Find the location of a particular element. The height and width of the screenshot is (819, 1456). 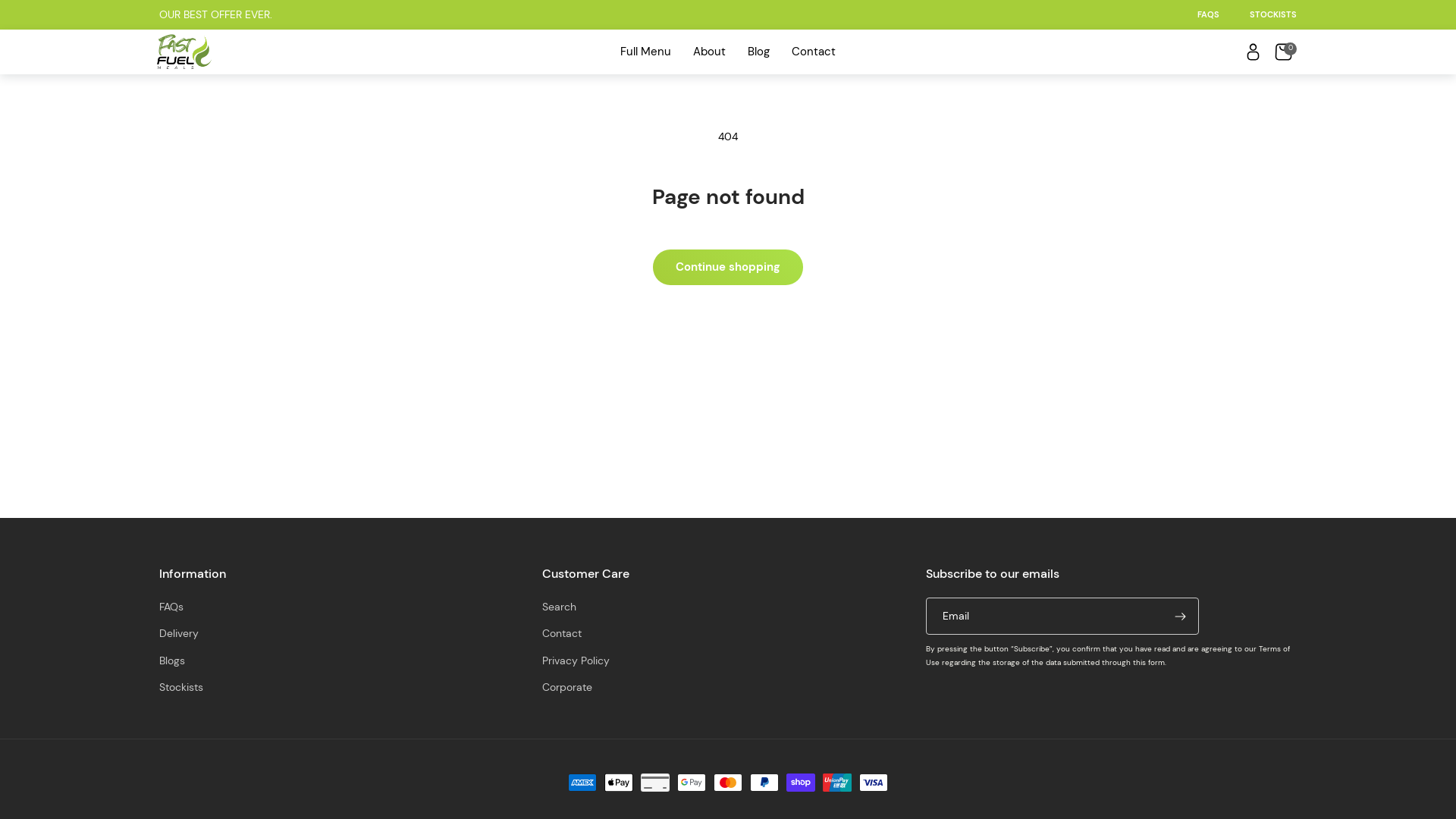

'Privacy Policy' is located at coordinates (575, 660).